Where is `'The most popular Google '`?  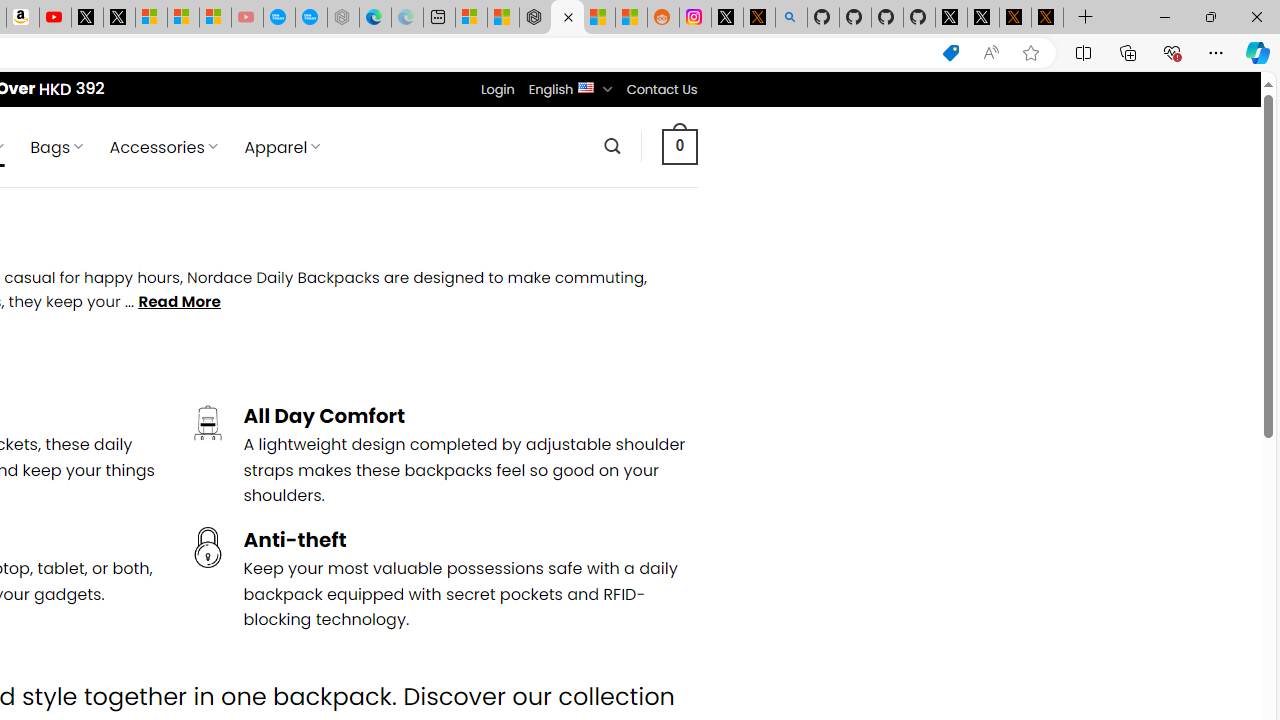 'The most popular Google ' is located at coordinates (310, 17).